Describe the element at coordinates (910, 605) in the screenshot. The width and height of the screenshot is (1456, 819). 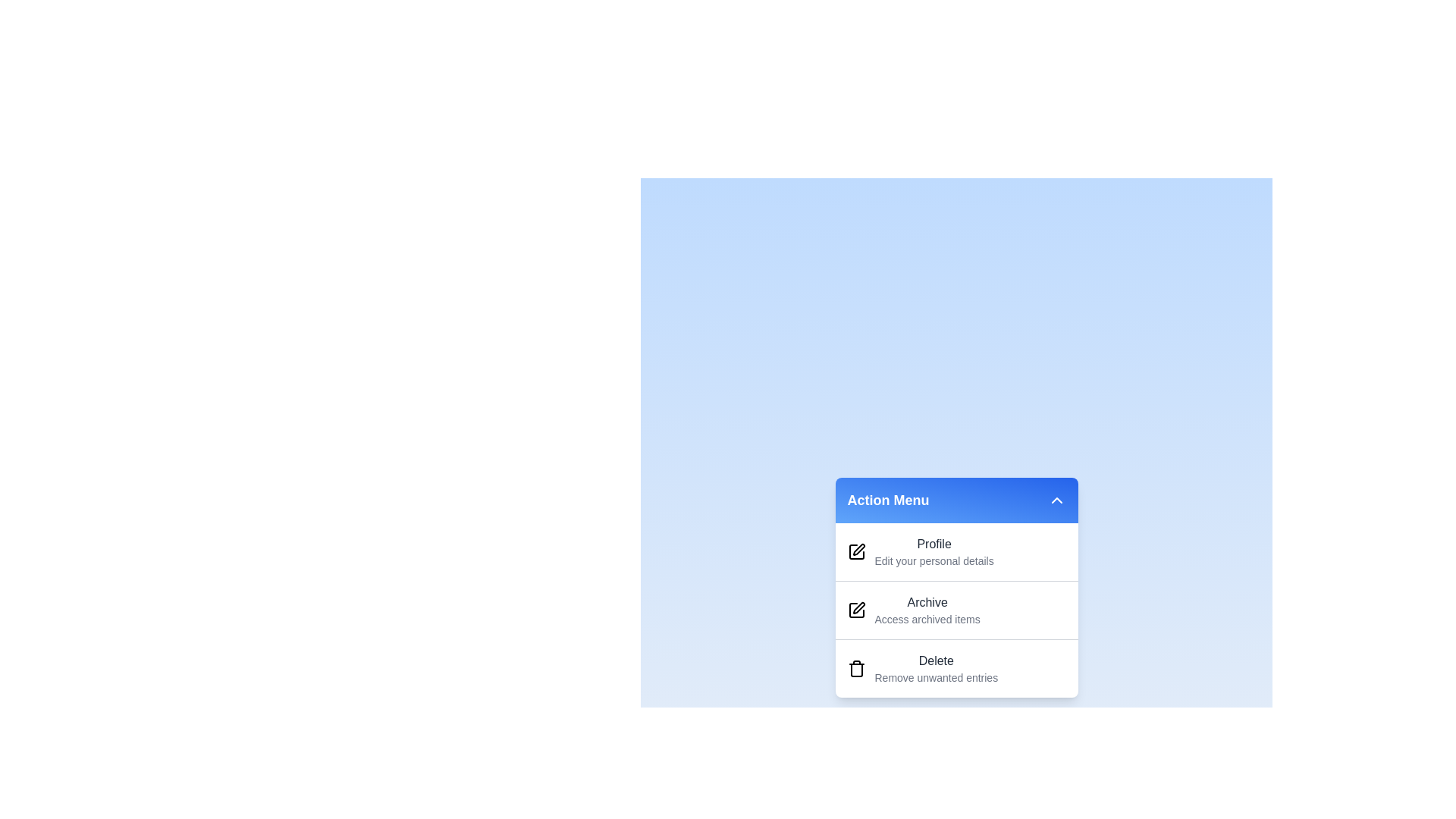
I see `the menu item corresponding to Archive` at that location.